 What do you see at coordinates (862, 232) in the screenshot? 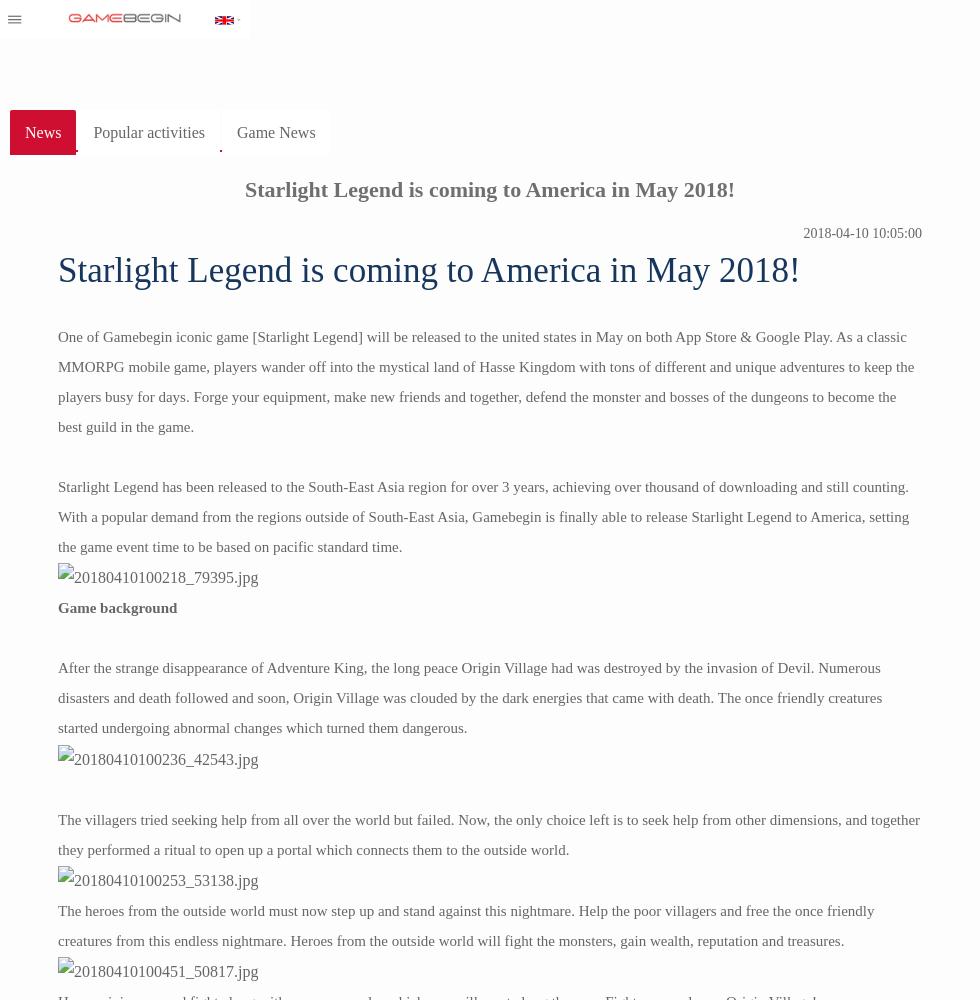
I see `'2018-04-10 10:05:00'` at bounding box center [862, 232].